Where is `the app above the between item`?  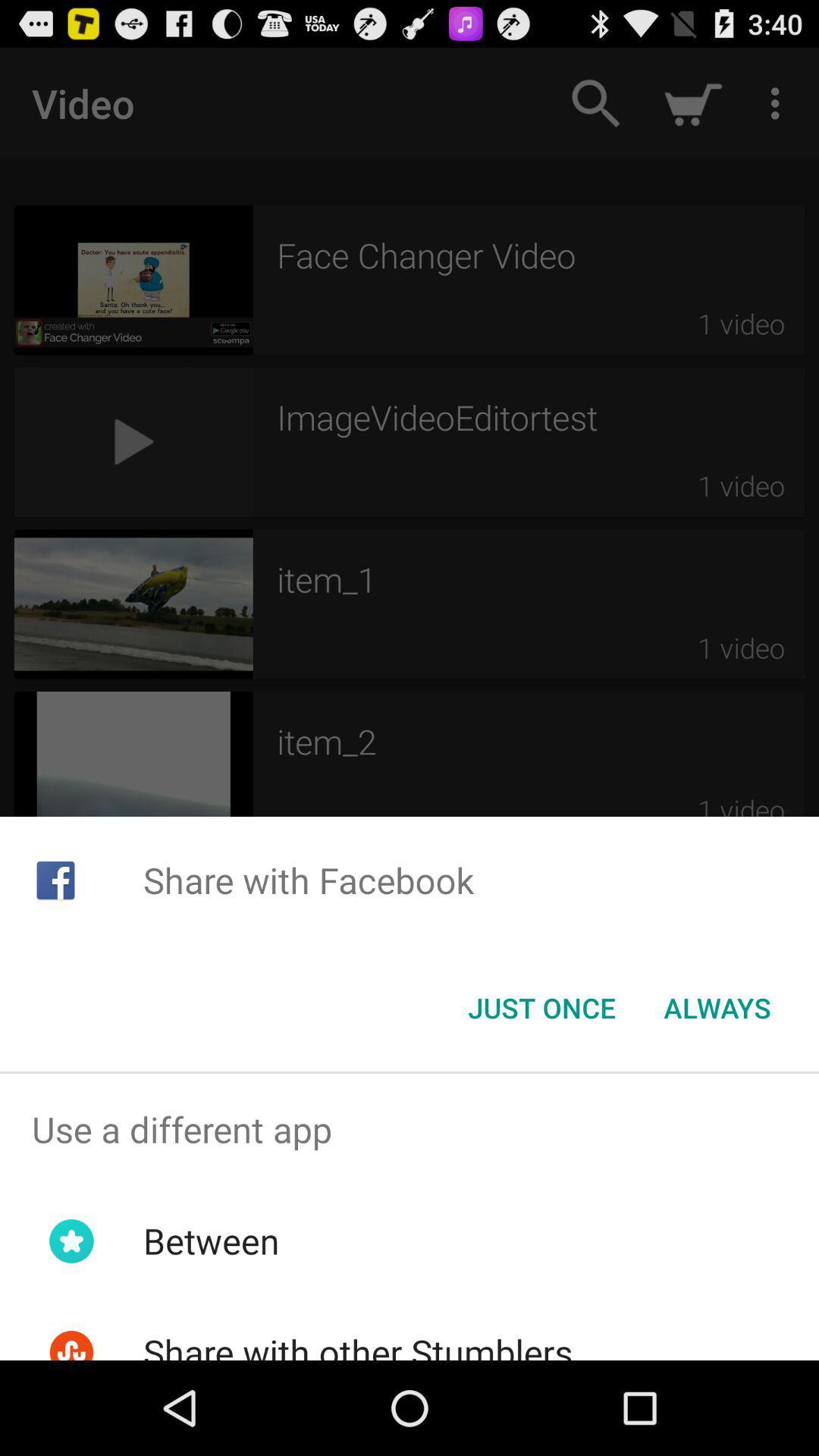
the app above the between item is located at coordinates (409, 1129).